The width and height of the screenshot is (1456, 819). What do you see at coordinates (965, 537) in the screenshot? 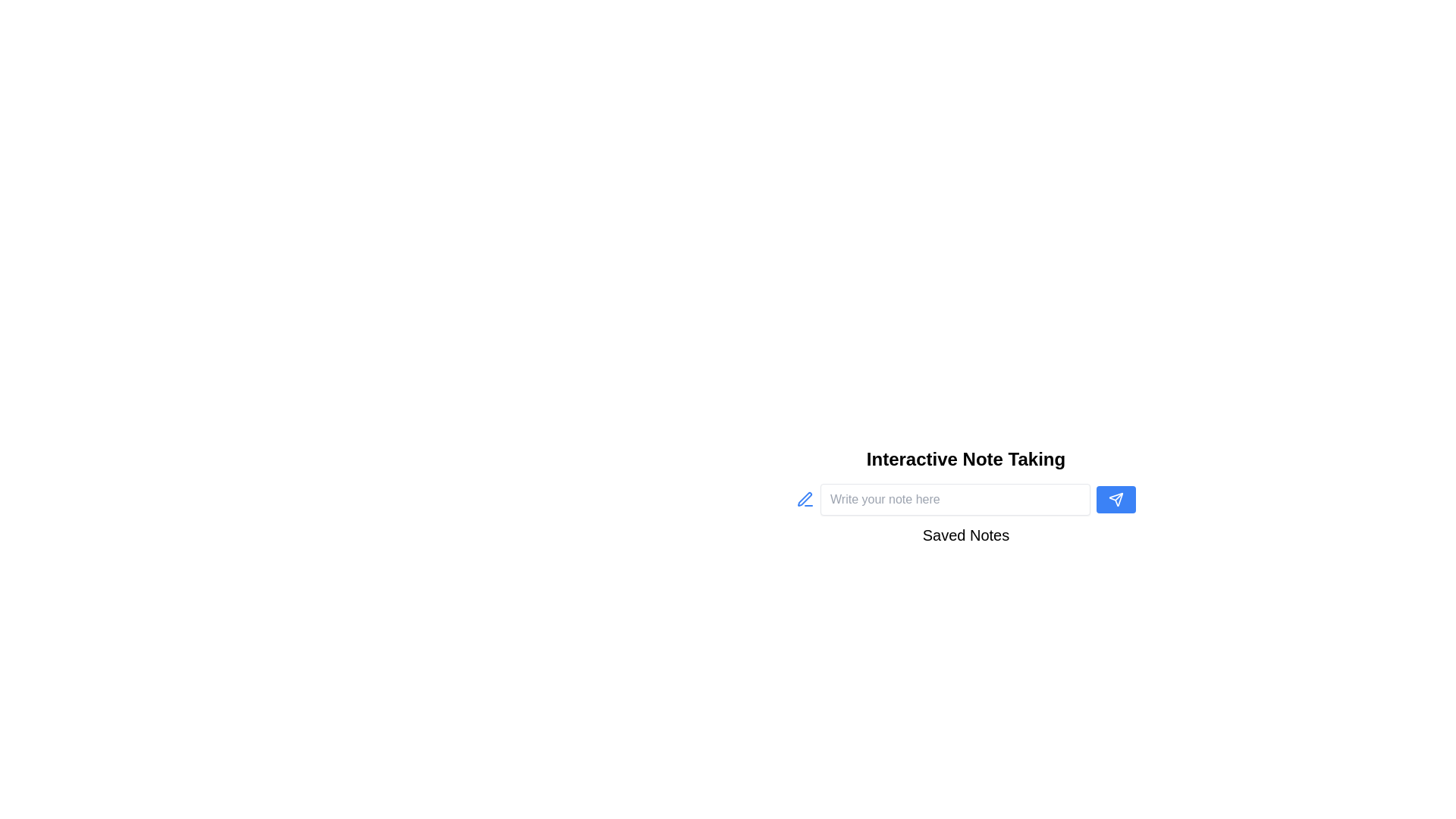
I see `the Static Text label that indicates the section for saved notes, located below the 'Write your note here' textbox in the 'Interactive Note Taking' group` at bounding box center [965, 537].